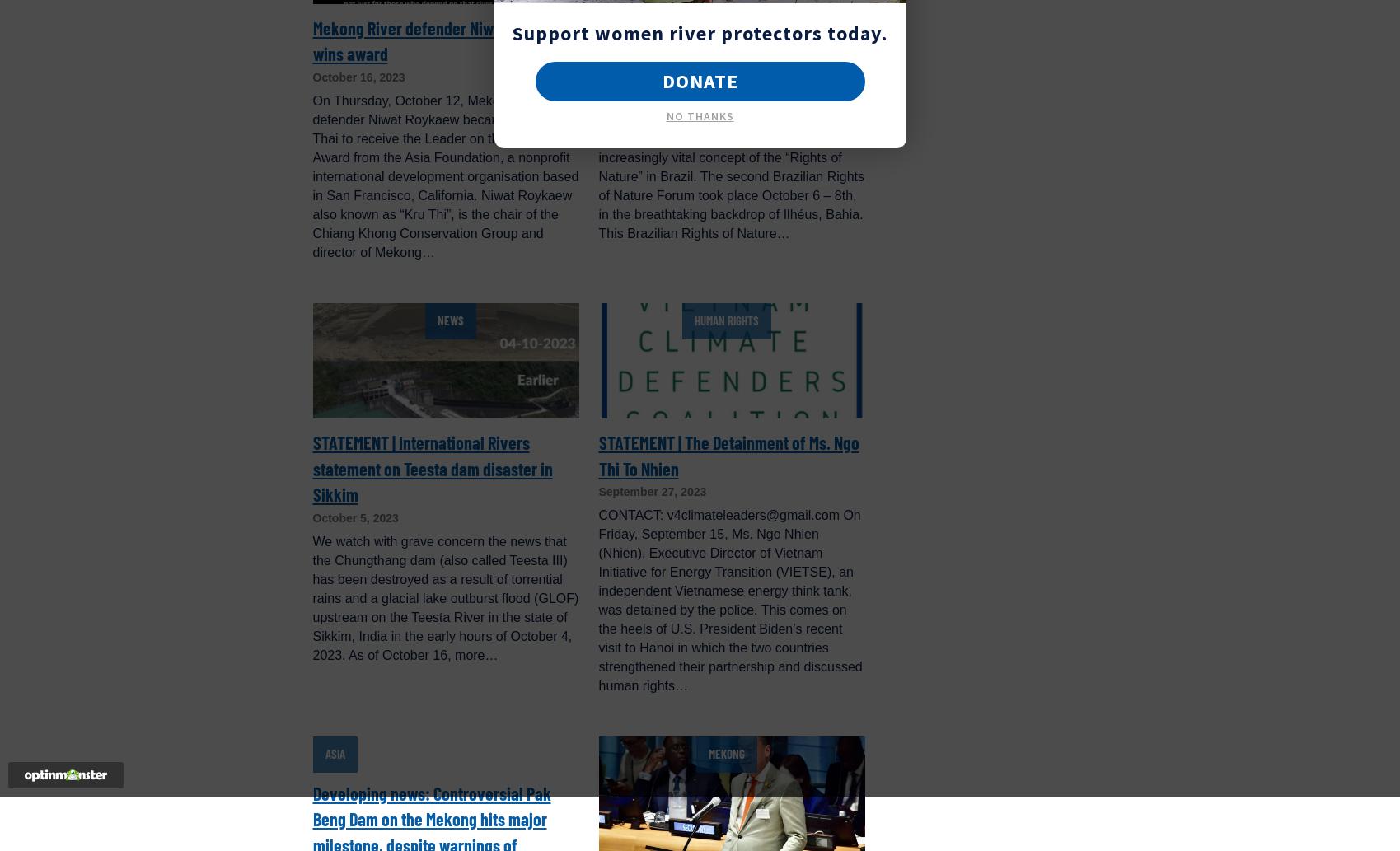  What do you see at coordinates (725, 320) in the screenshot?
I see `'Human Rights'` at bounding box center [725, 320].